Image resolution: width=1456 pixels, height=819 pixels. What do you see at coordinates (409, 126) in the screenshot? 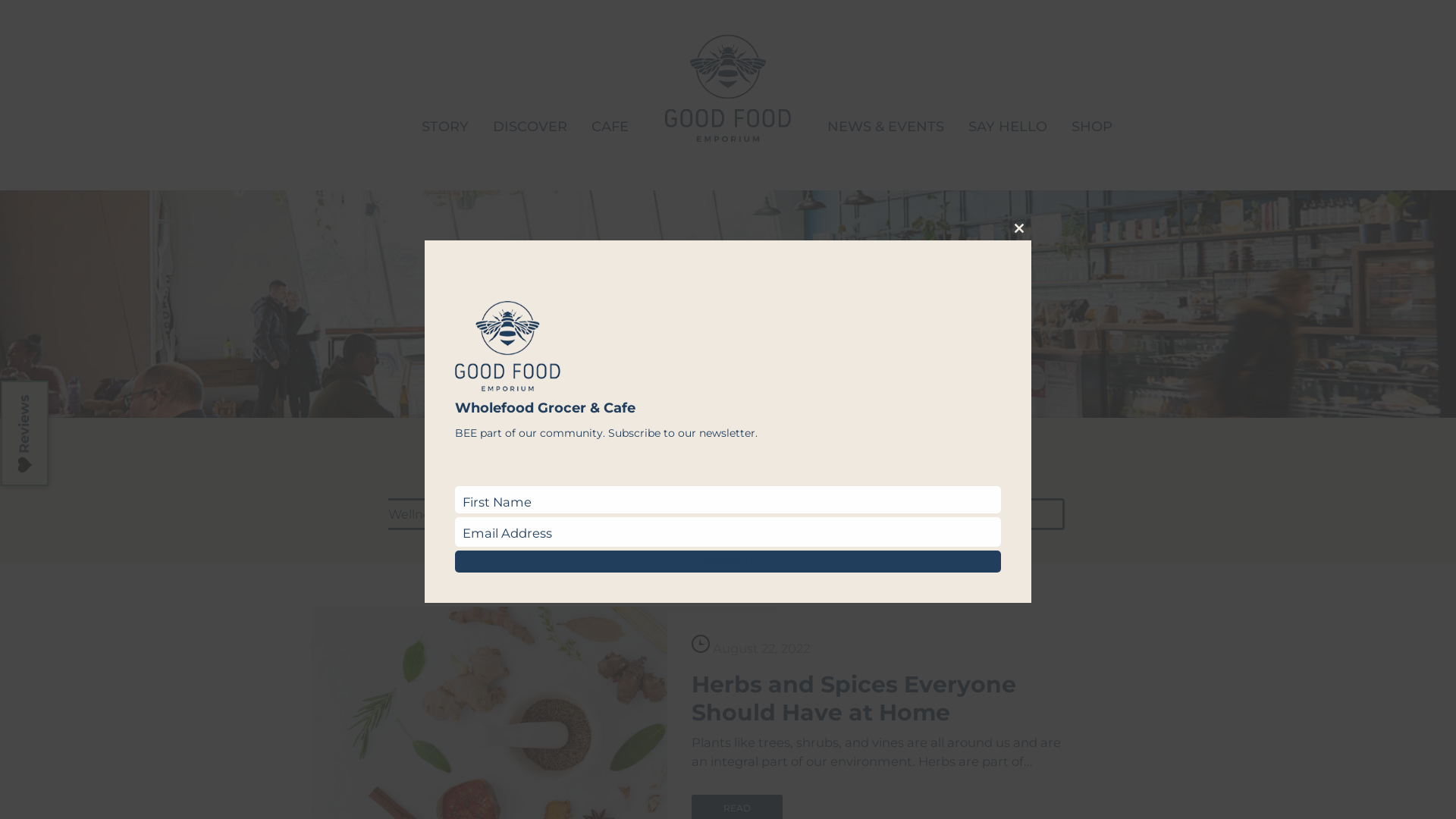
I see `'STORY'` at bounding box center [409, 126].